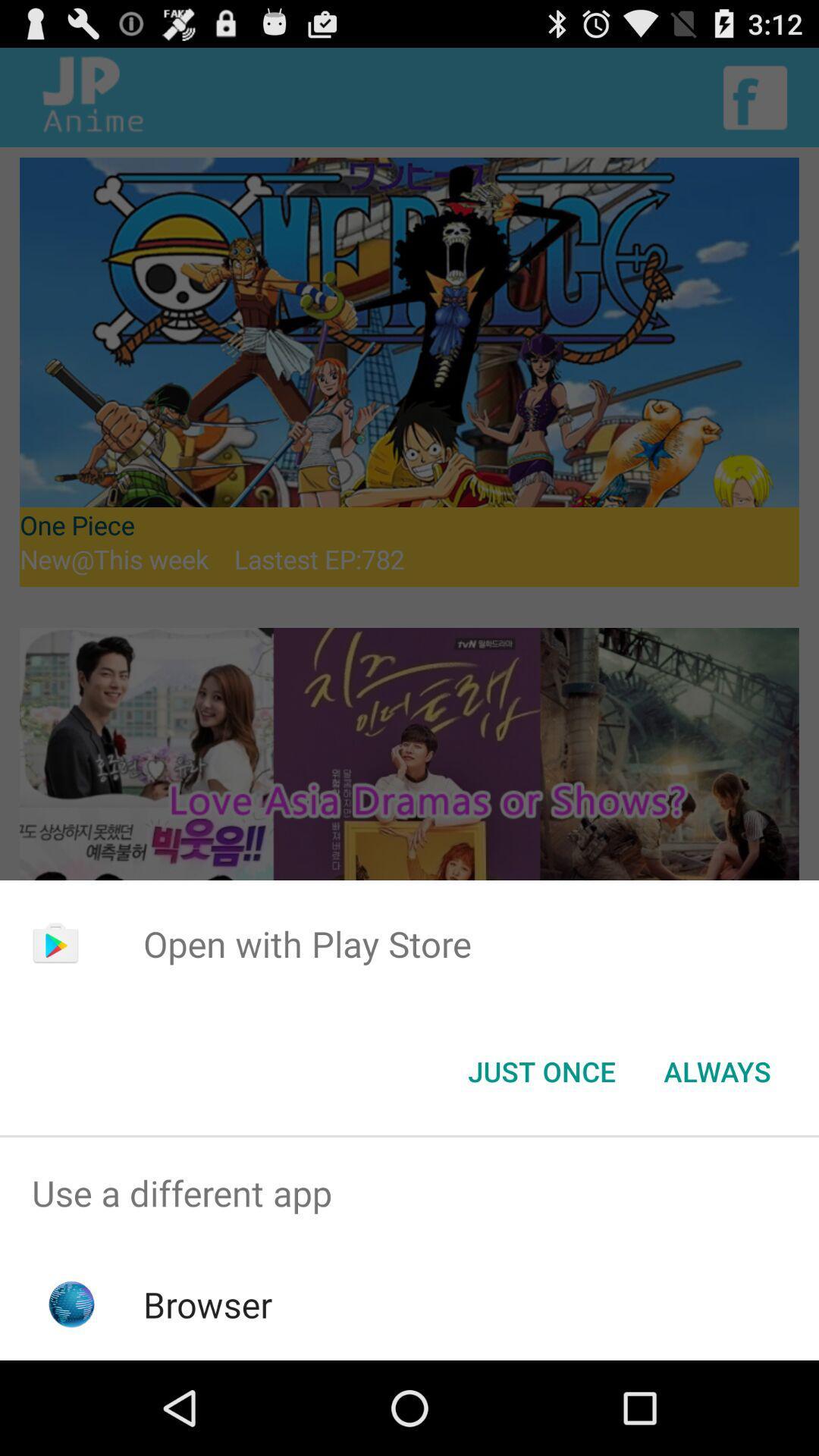  Describe the element at coordinates (717, 1070) in the screenshot. I see `button to the right of the just once icon` at that location.